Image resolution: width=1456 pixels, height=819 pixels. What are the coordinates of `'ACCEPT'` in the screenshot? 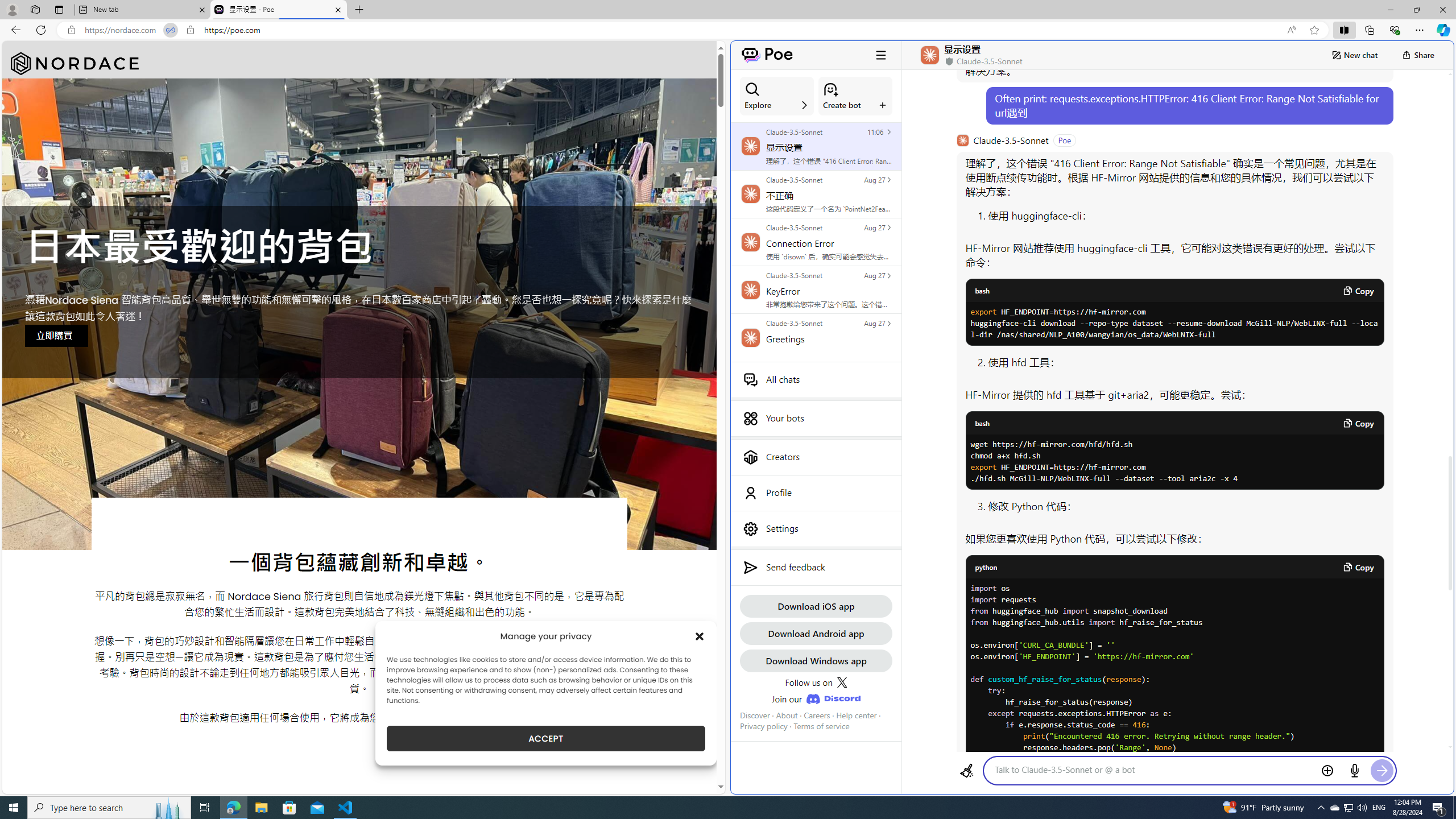 It's located at (545, 738).